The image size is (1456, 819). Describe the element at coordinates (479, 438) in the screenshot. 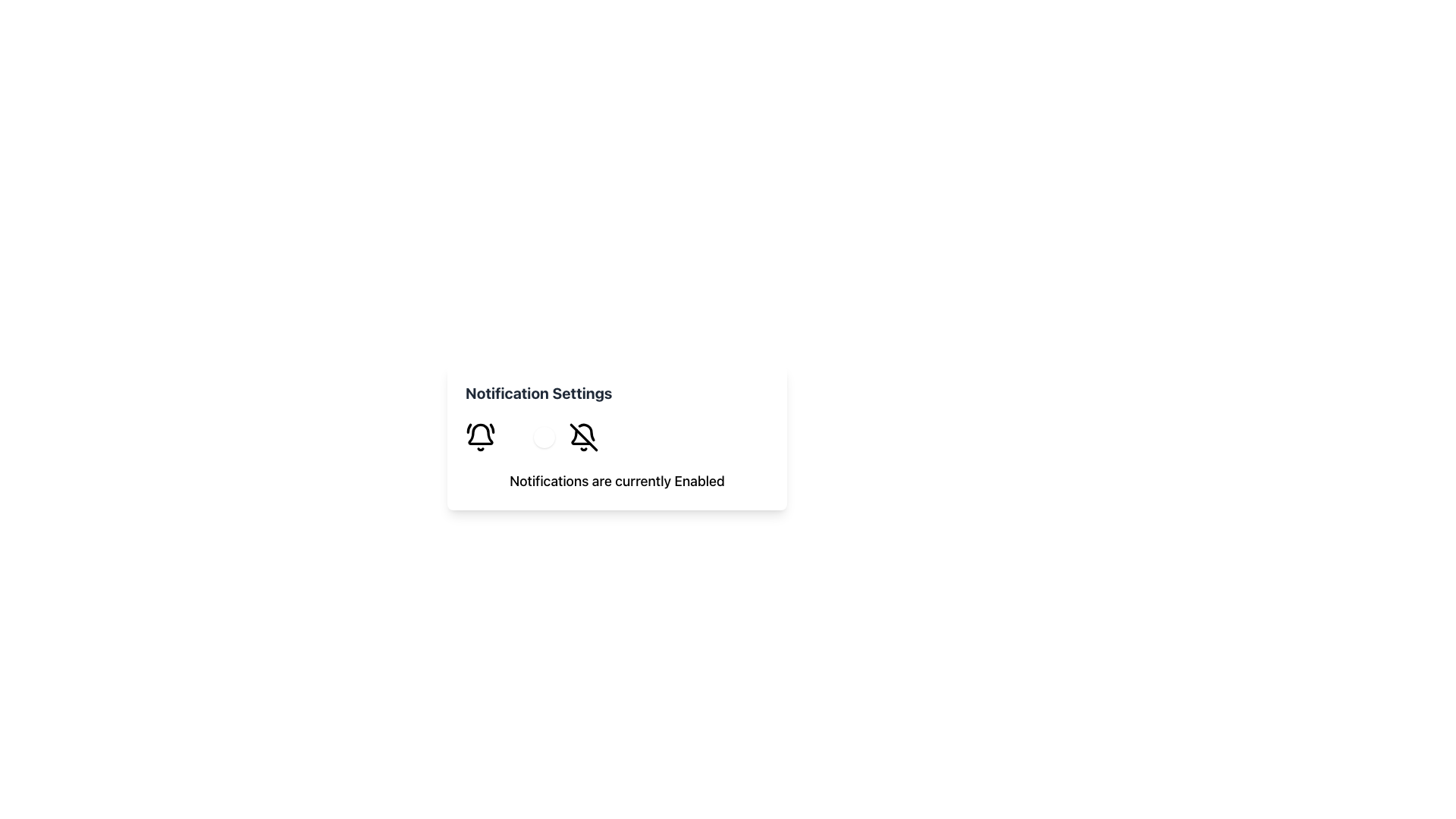

I see `the teal bell icon representing notifications, which is the first icon on the left among three components in the notification settings` at that location.